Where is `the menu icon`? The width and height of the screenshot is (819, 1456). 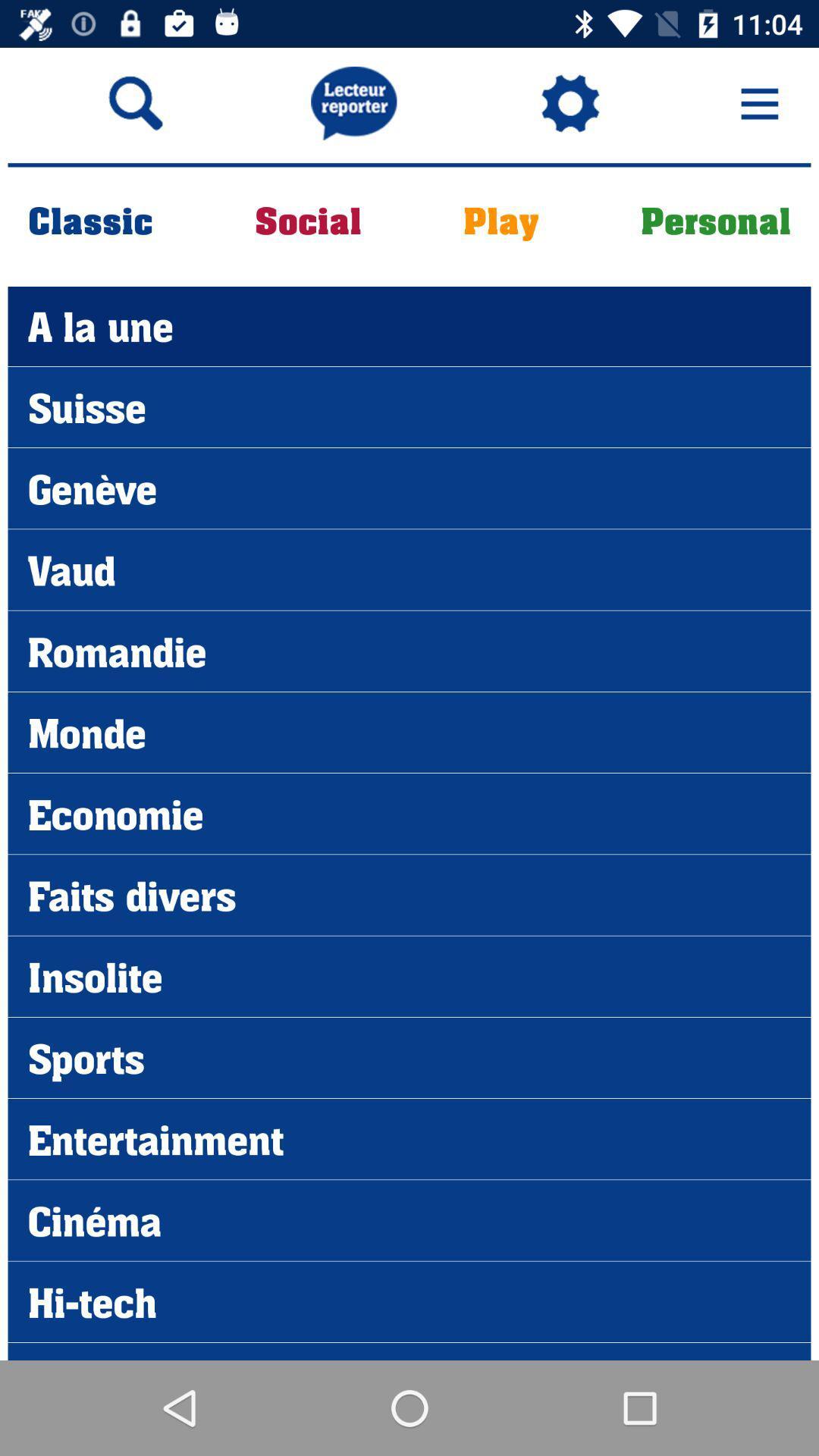 the menu icon is located at coordinates (759, 94).